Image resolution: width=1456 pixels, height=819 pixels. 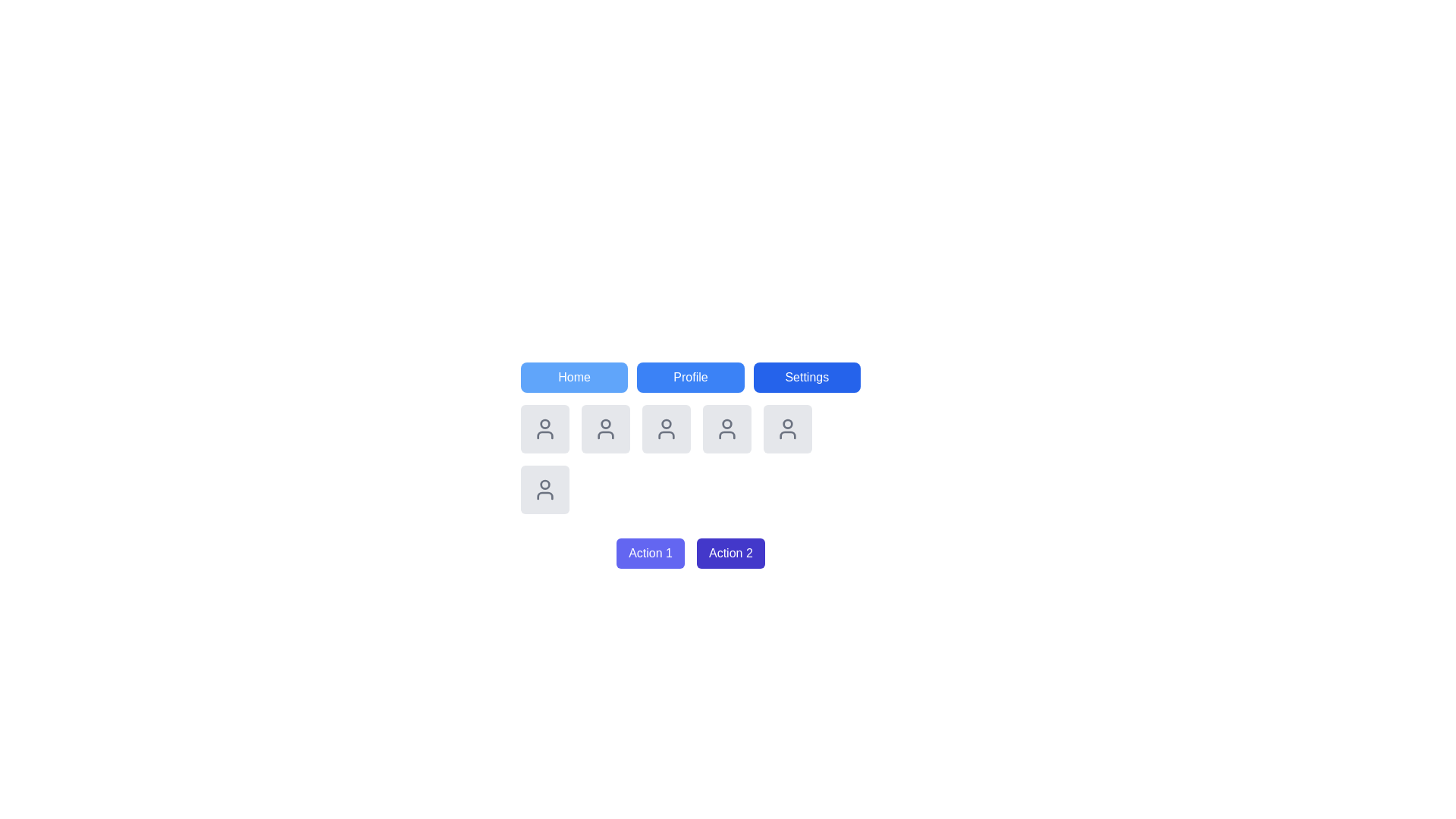 What do you see at coordinates (545, 489) in the screenshot?
I see `the user profile icon located` at bounding box center [545, 489].